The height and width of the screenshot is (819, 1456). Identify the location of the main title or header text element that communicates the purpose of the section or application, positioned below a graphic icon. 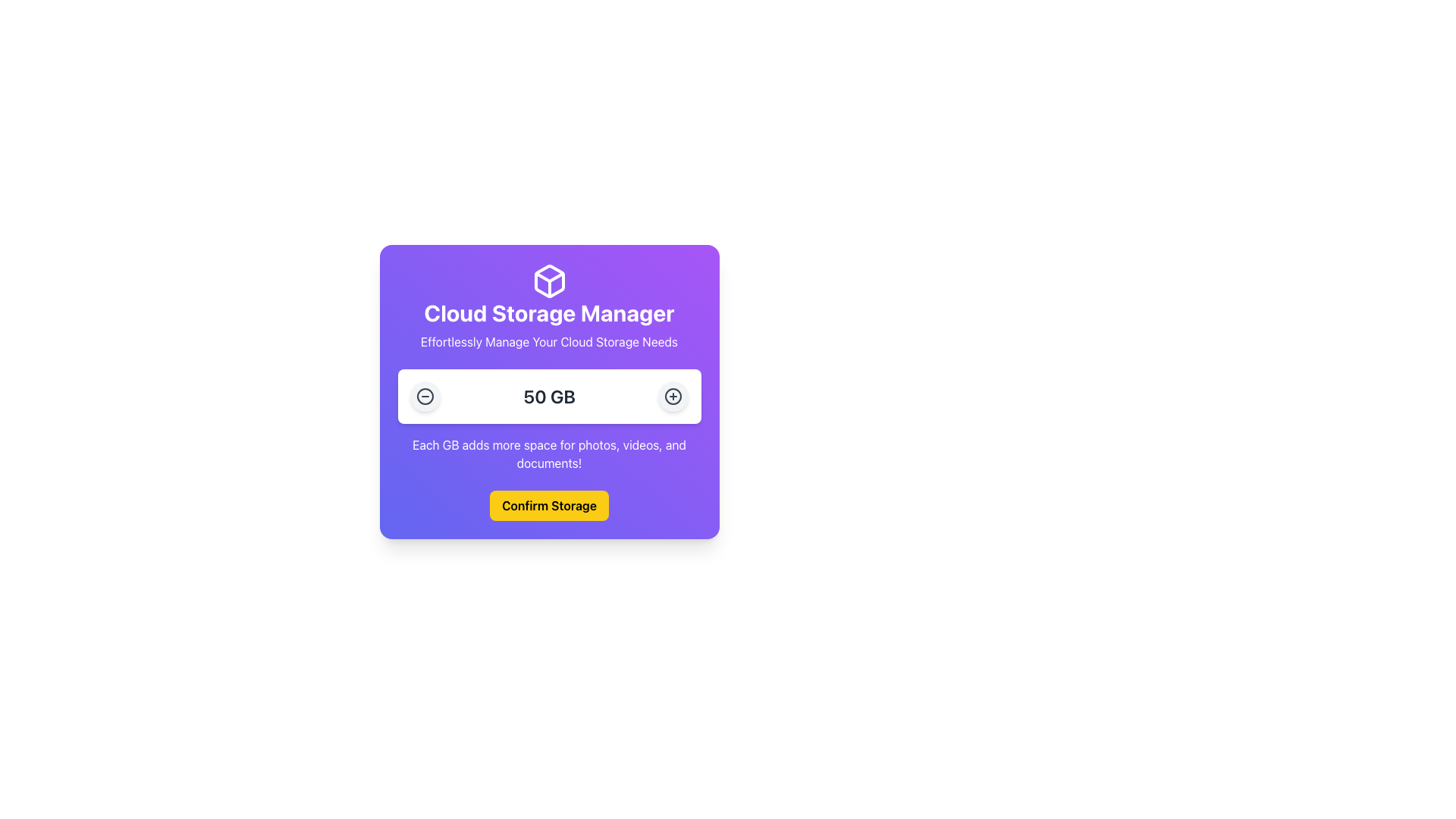
(548, 312).